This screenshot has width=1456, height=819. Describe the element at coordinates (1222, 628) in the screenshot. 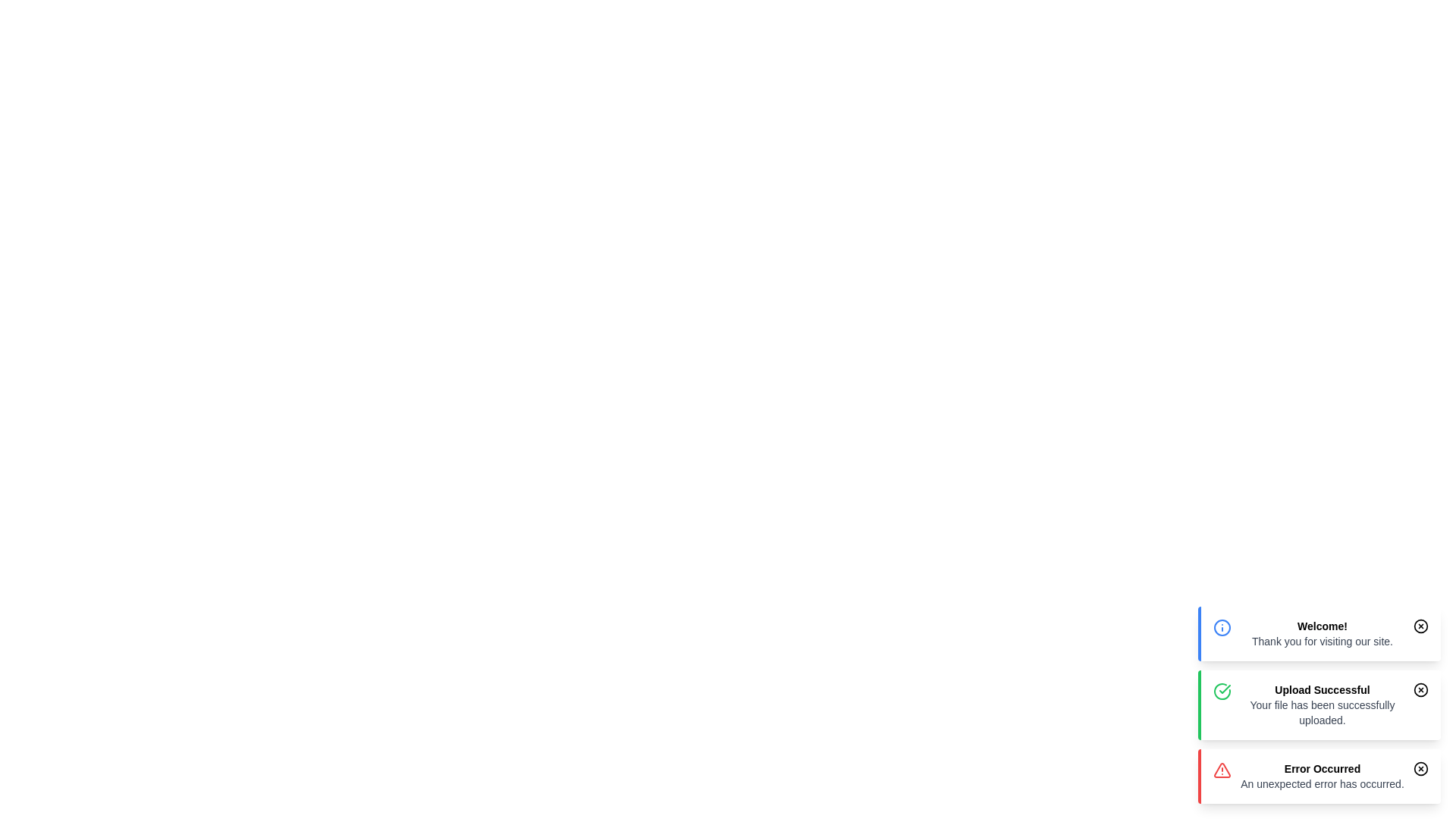

I see `the information or notification icon located beside the 'Welcome!' header in the notification card` at that location.